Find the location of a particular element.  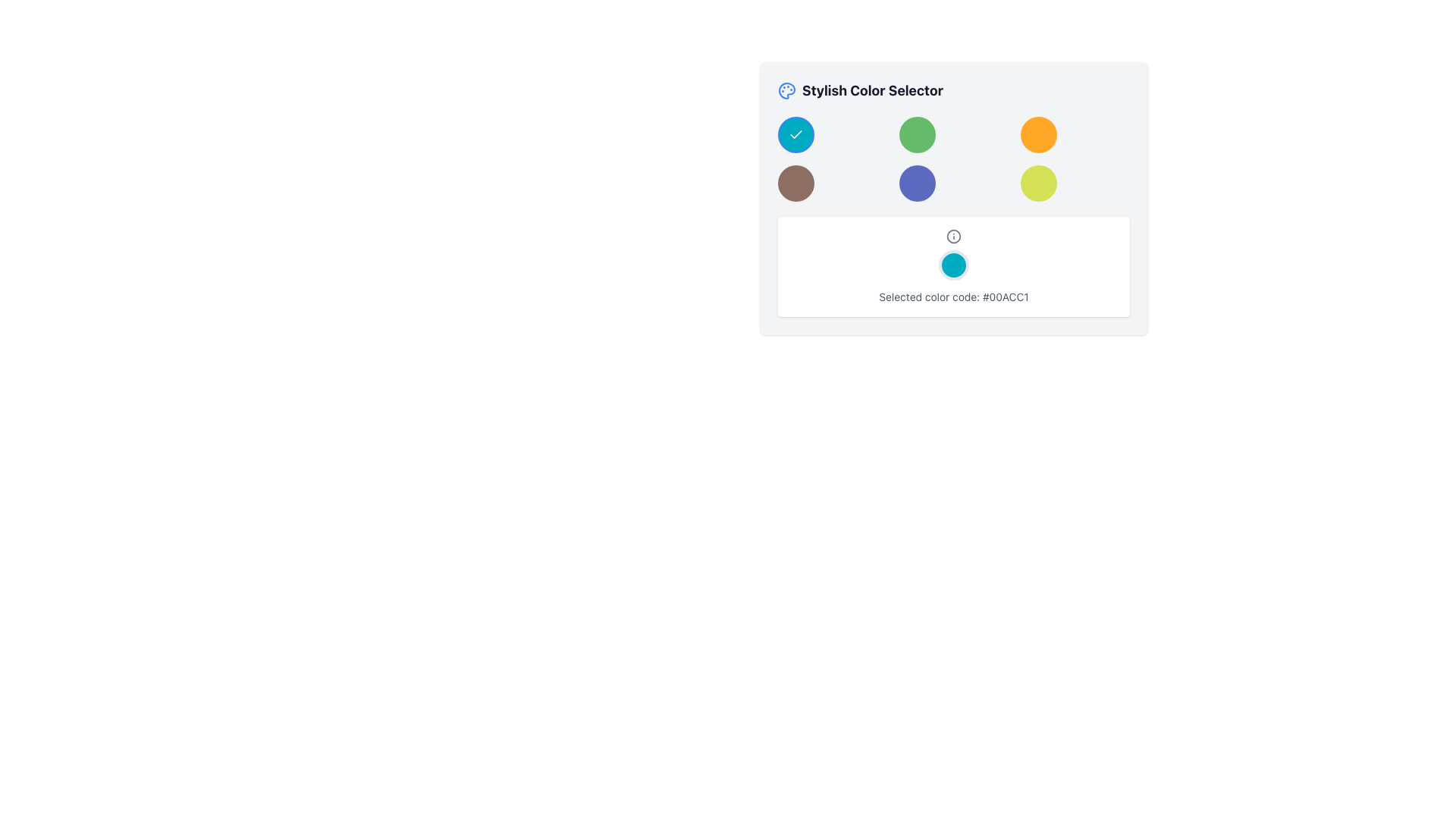

the static colored circle that indicates the currently selected color, which is displayed within the box labeled 'Selected color code: #00ACC1' is located at coordinates (952, 265).